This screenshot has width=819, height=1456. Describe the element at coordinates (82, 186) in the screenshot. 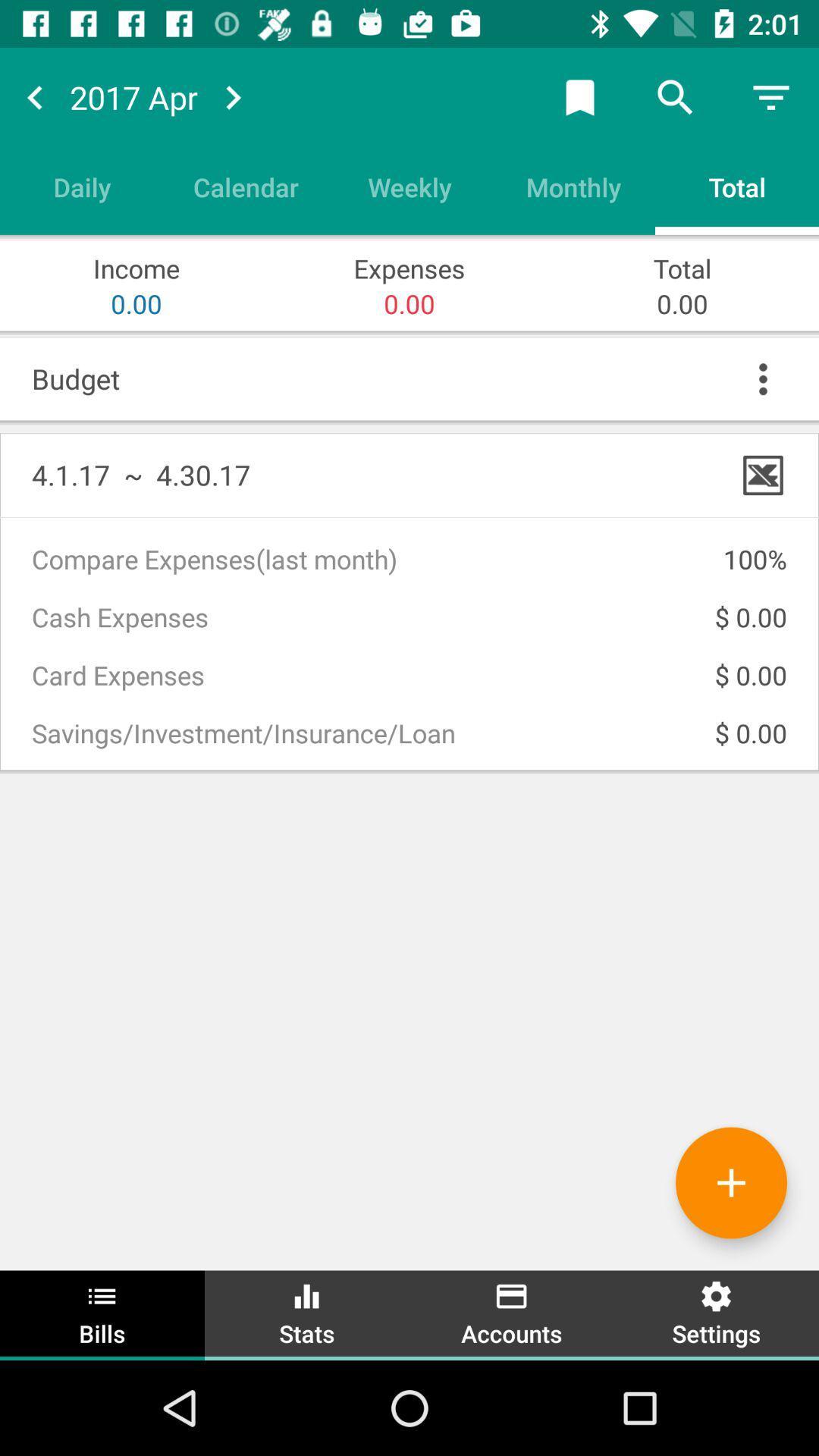

I see `item next to calendar item` at that location.